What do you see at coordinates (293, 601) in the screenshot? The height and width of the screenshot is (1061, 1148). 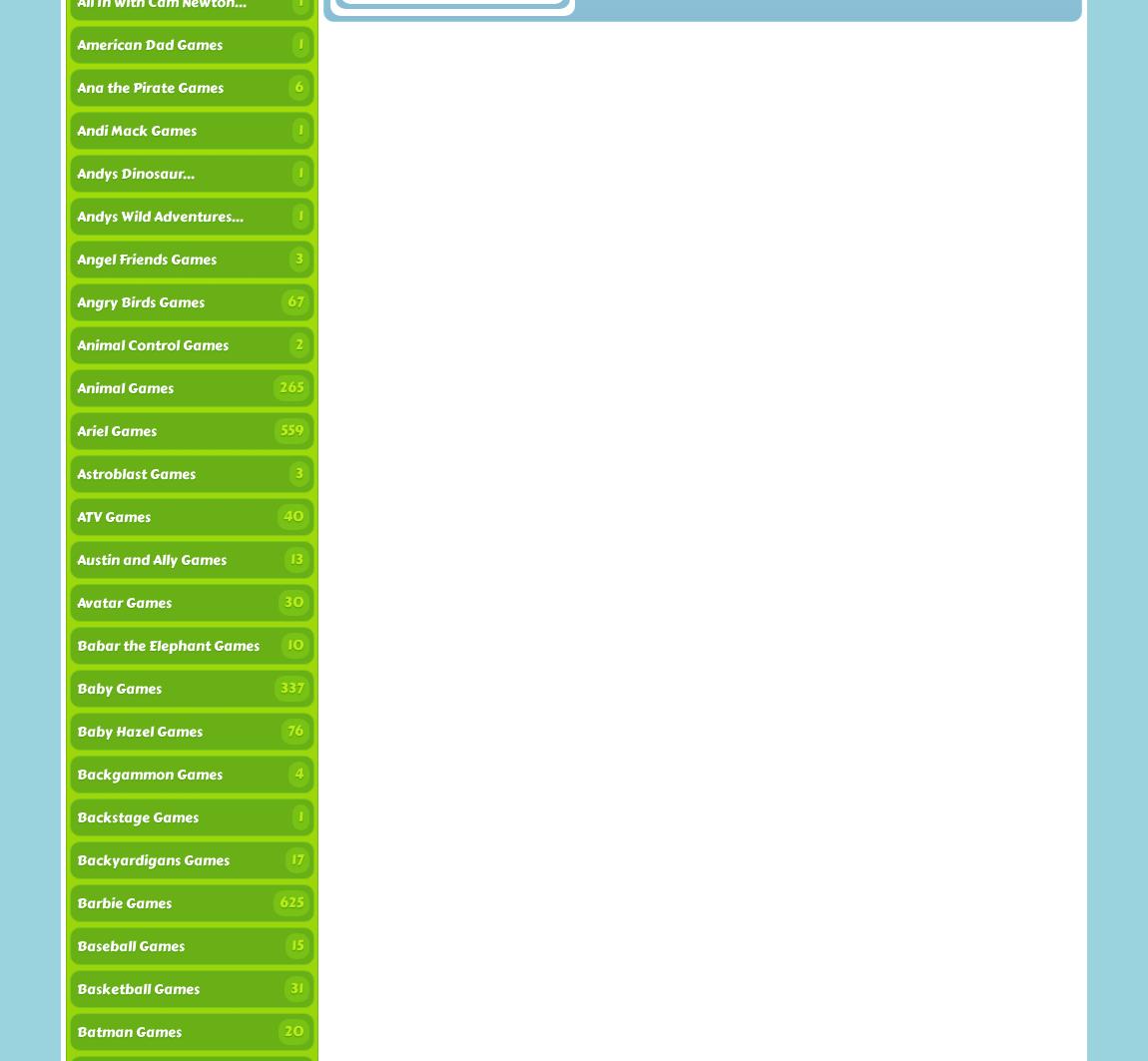 I see `'30'` at bounding box center [293, 601].